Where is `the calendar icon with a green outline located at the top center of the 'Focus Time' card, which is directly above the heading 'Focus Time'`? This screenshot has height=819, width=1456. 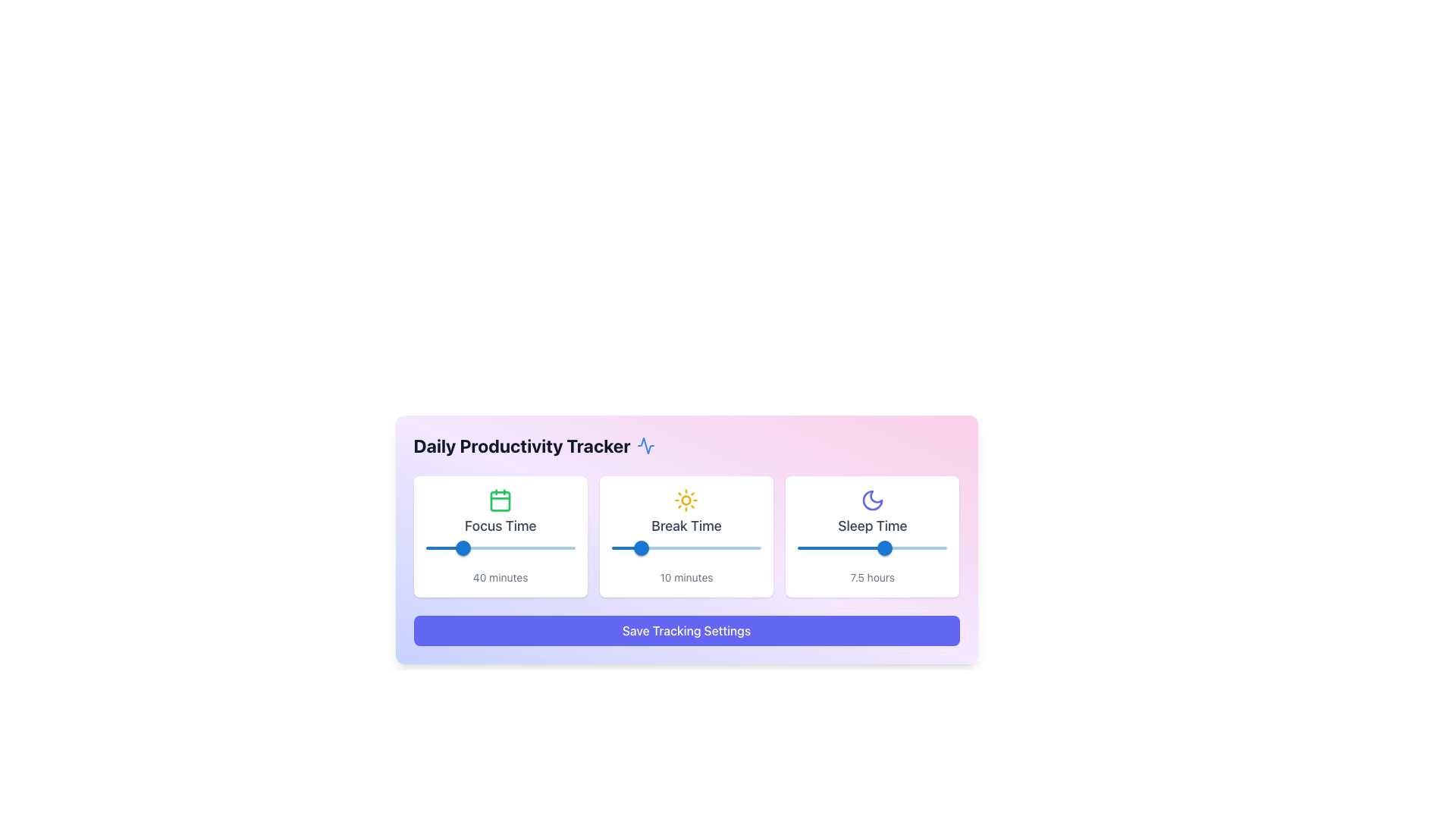 the calendar icon with a green outline located at the top center of the 'Focus Time' card, which is directly above the heading 'Focus Time' is located at coordinates (500, 500).